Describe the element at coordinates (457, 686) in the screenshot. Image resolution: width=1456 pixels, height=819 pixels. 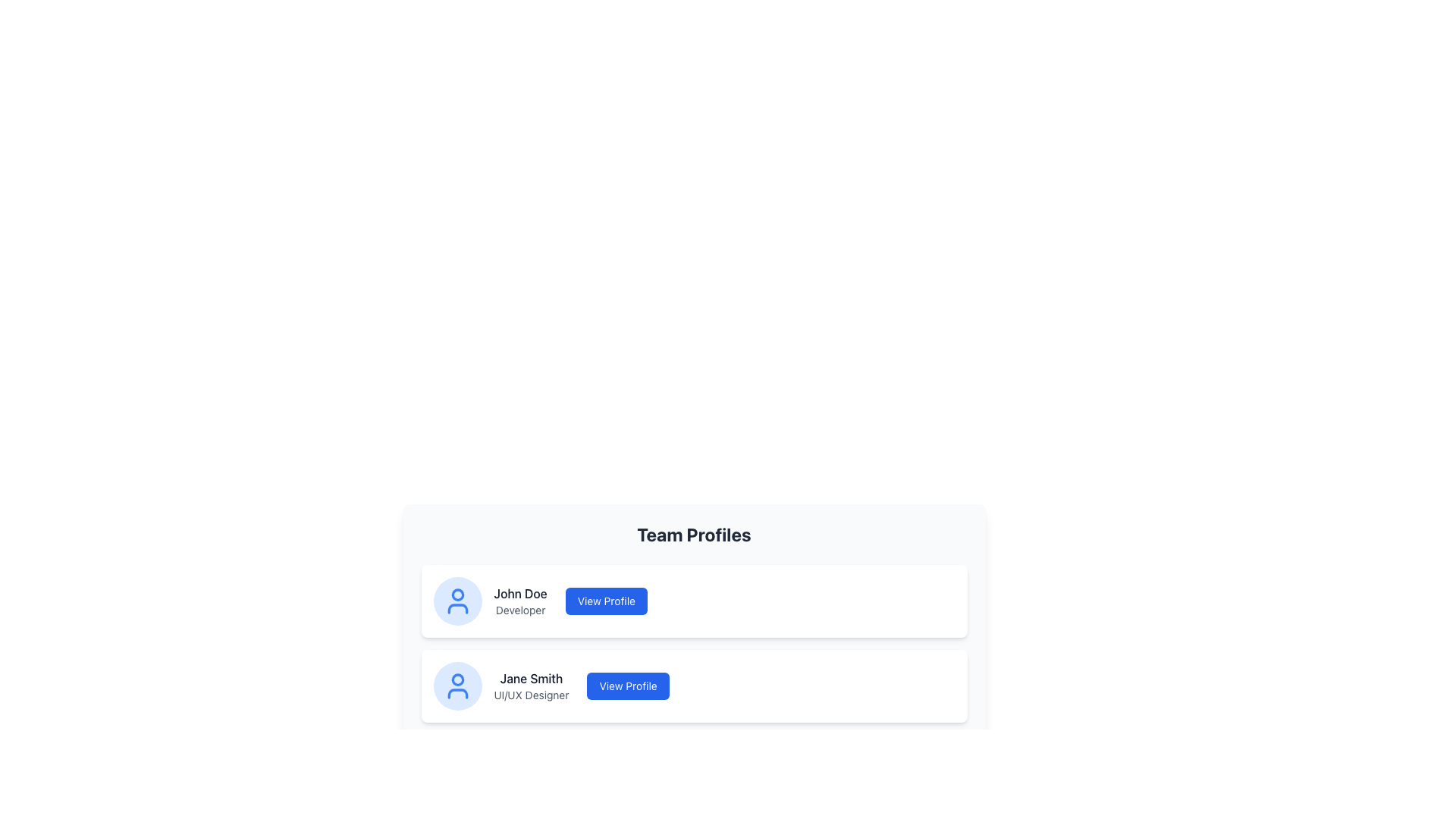
I see `the user profile icon representing Jane Smith, located below the heading 'Team Profiles' and adjacent to the text 'UI/UX Designer'` at that location.